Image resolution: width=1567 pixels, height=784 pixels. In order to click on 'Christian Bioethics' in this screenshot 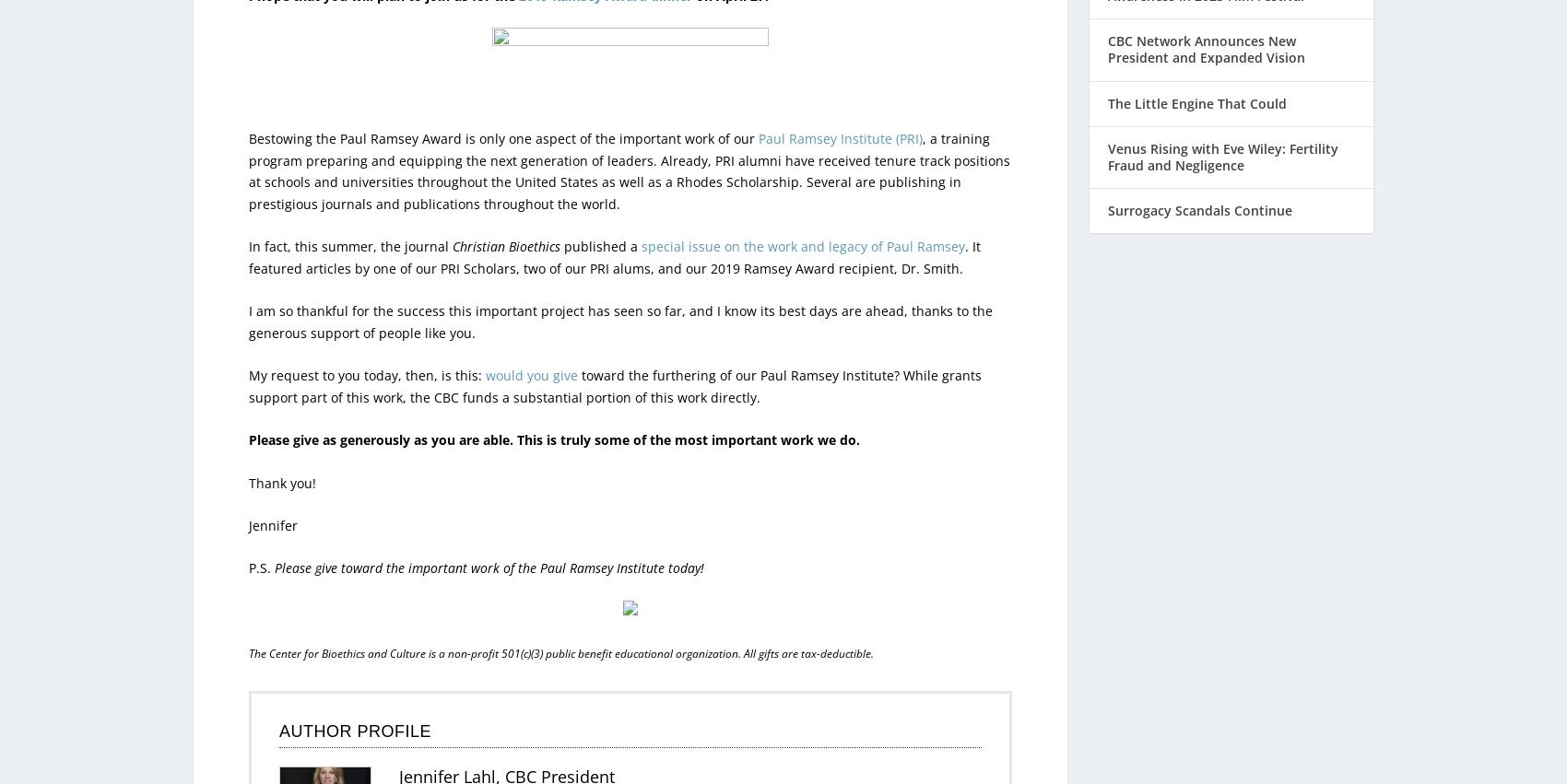, I will do `click(505, 207)`.